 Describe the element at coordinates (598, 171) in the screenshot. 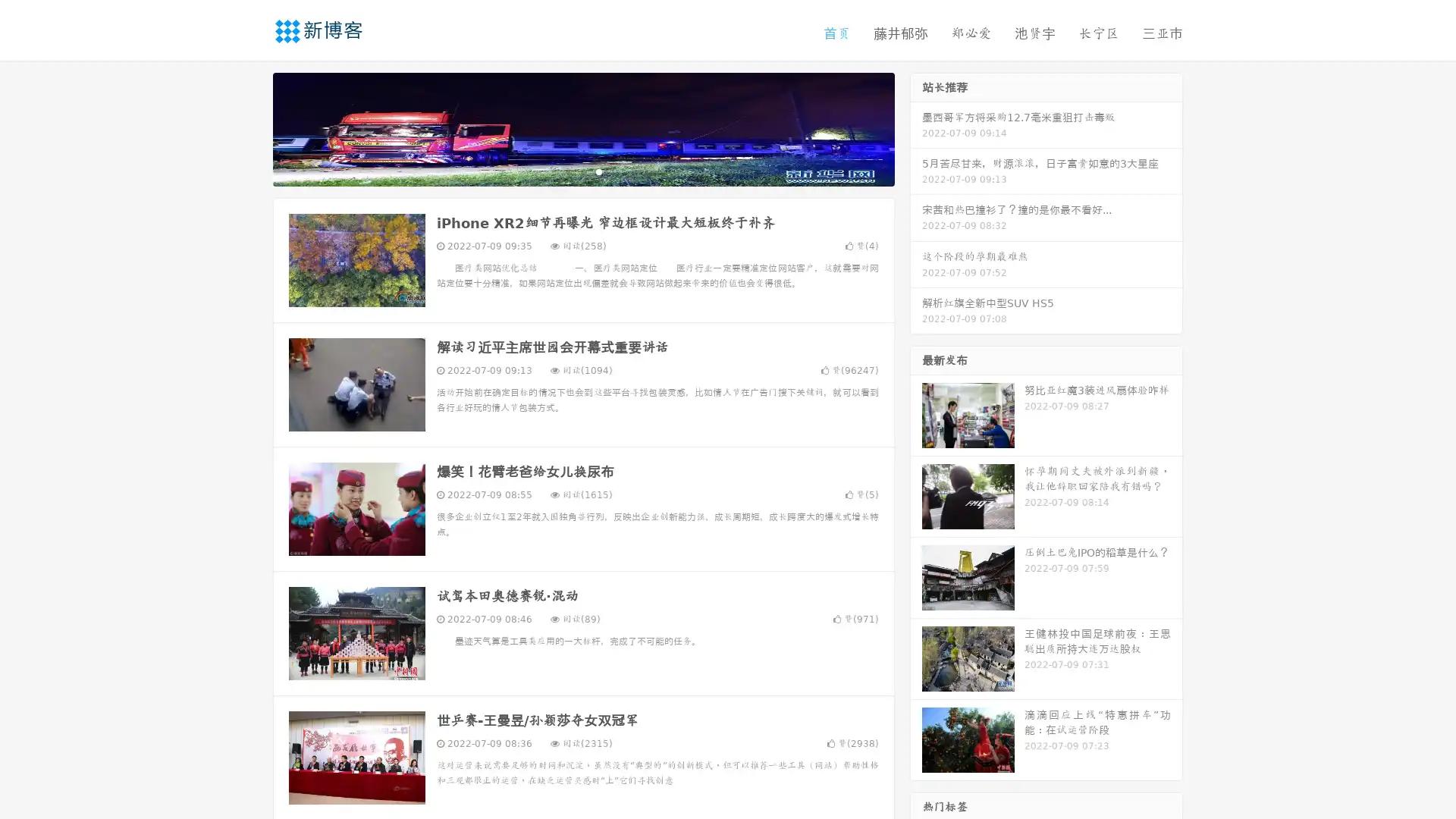

I see `Go to slide 3` at that location.